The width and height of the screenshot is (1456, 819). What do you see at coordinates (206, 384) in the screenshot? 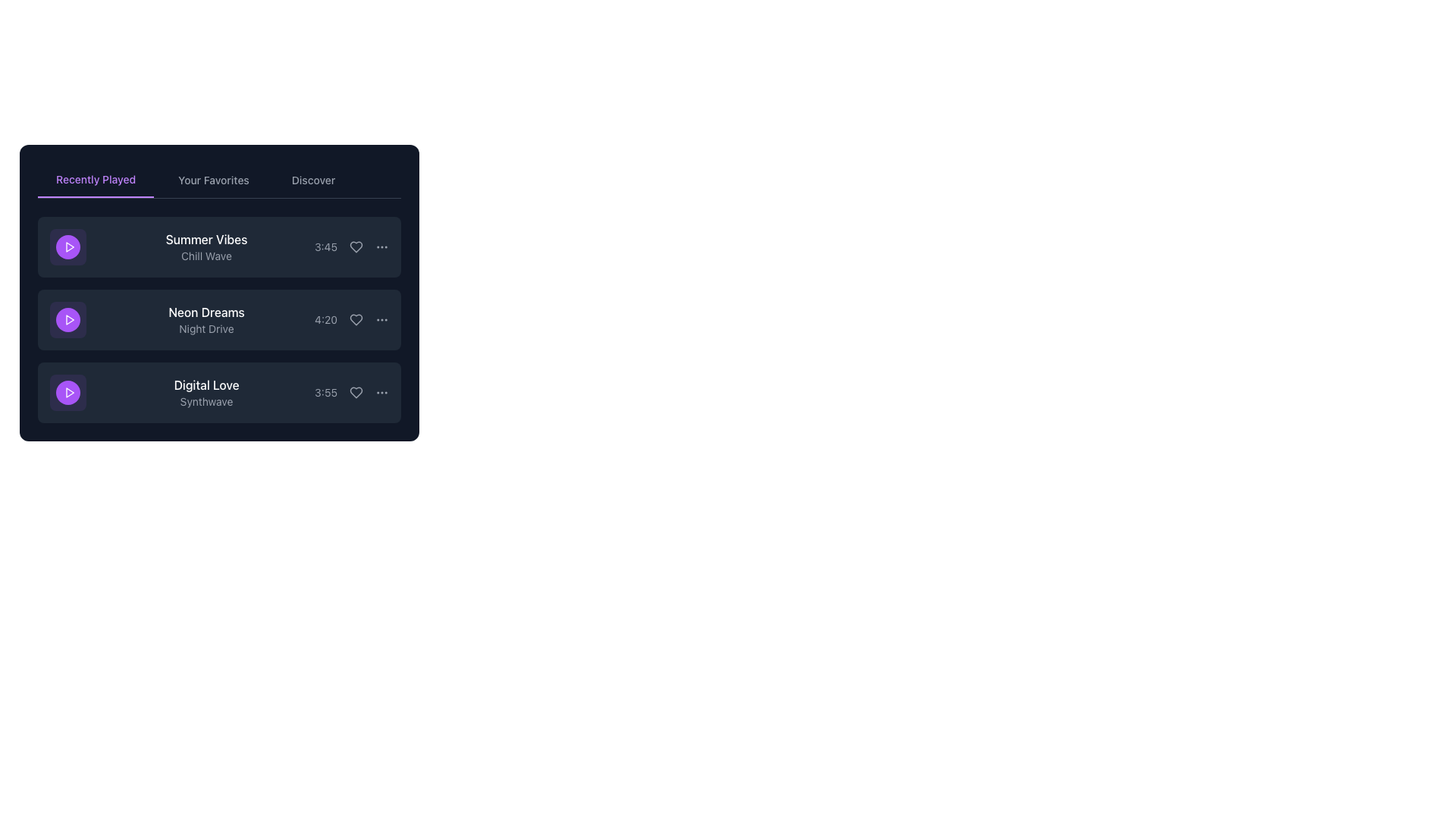
I see `the 'Digital Love' text label displayed in white within a dark rectangular area, which is located above the 'Synthwave' label in the Recently Played section` at bounding box center [206, 384].